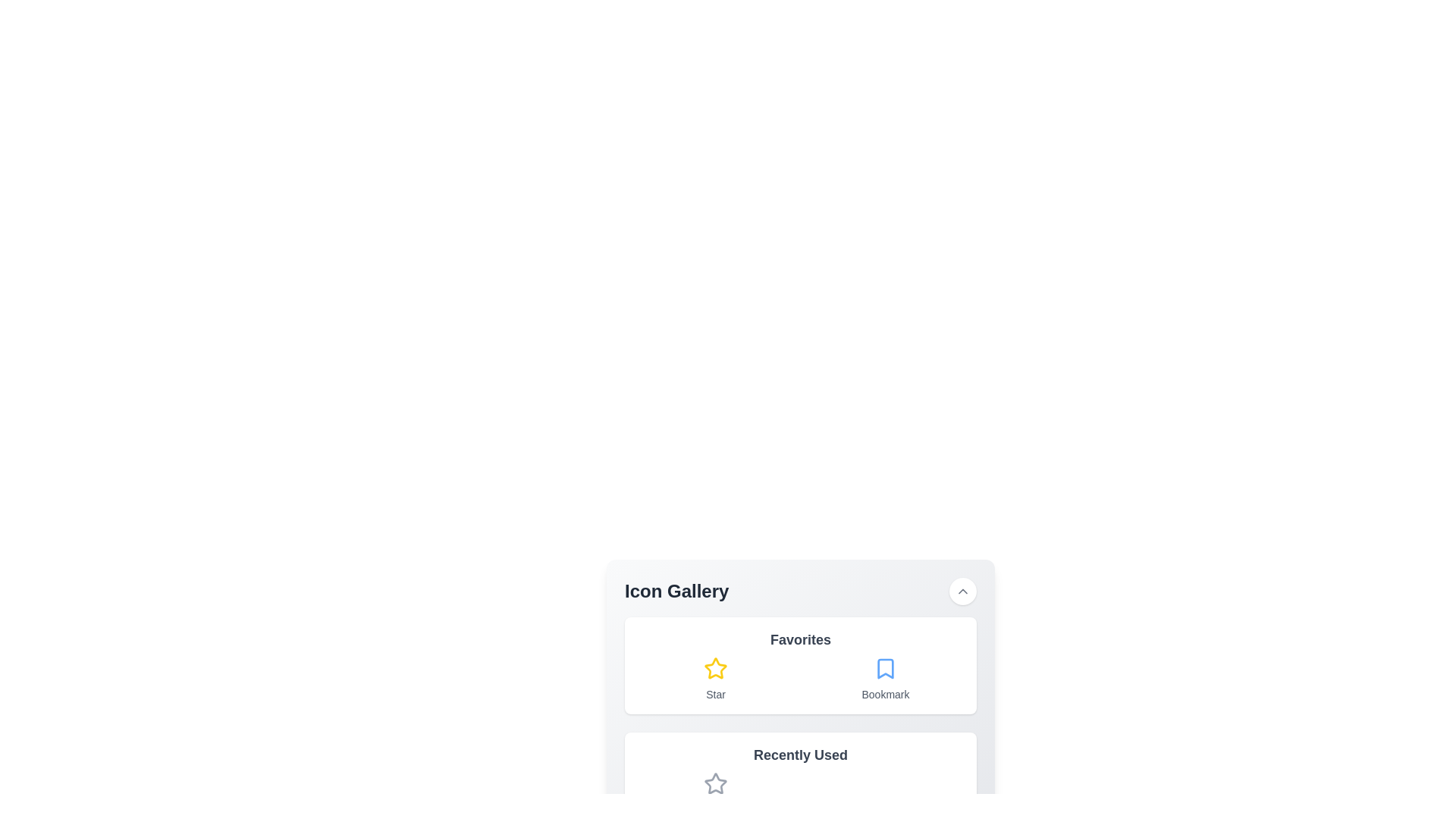 This screenshot has height=819, width=1456. I want to click on the star icon located in the leftmost column of the 'Recently Used' section in the 'Icon Gallery', so click(715, 794).